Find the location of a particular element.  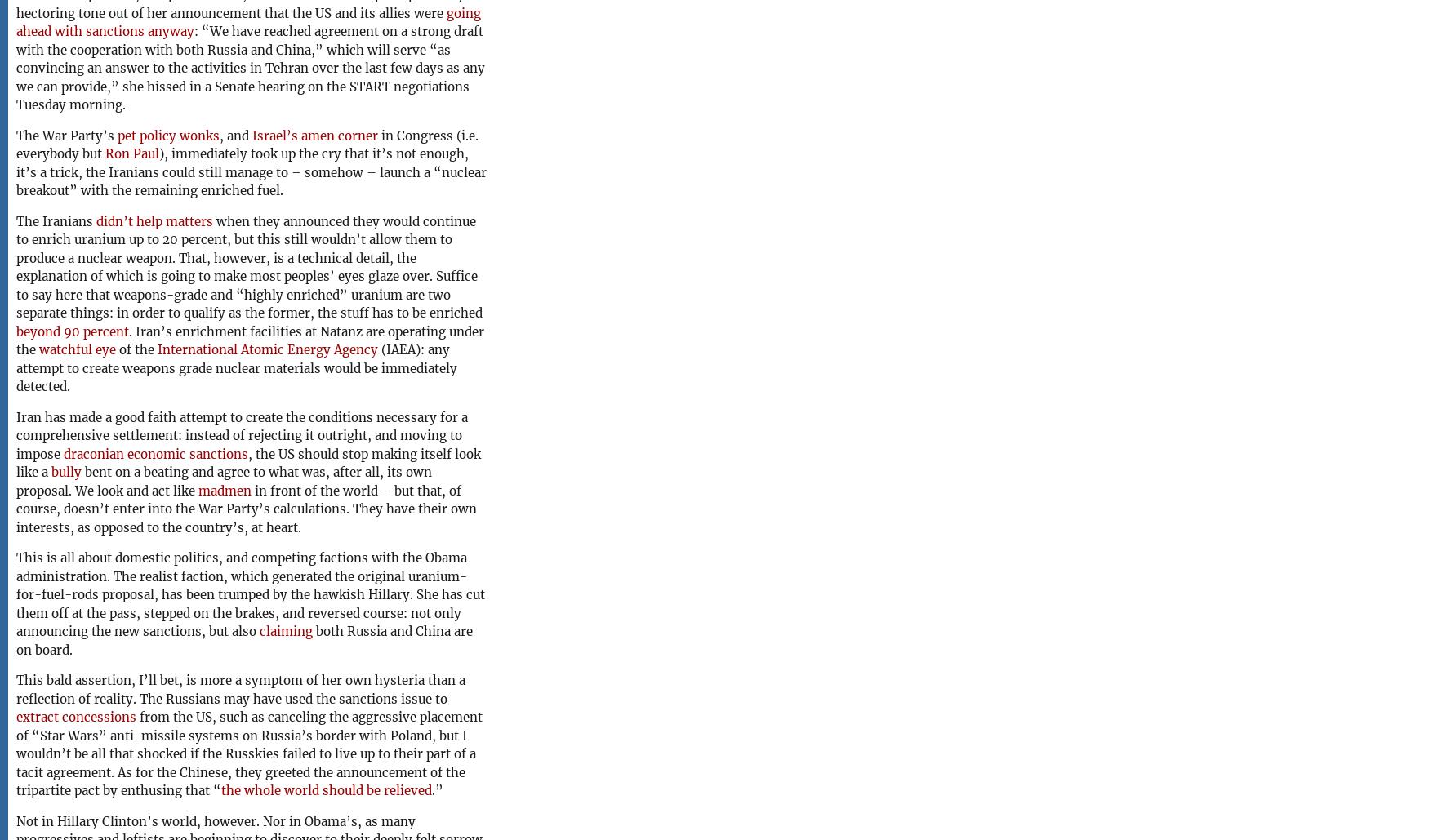

'.”' is located at coordinates (437, 789).